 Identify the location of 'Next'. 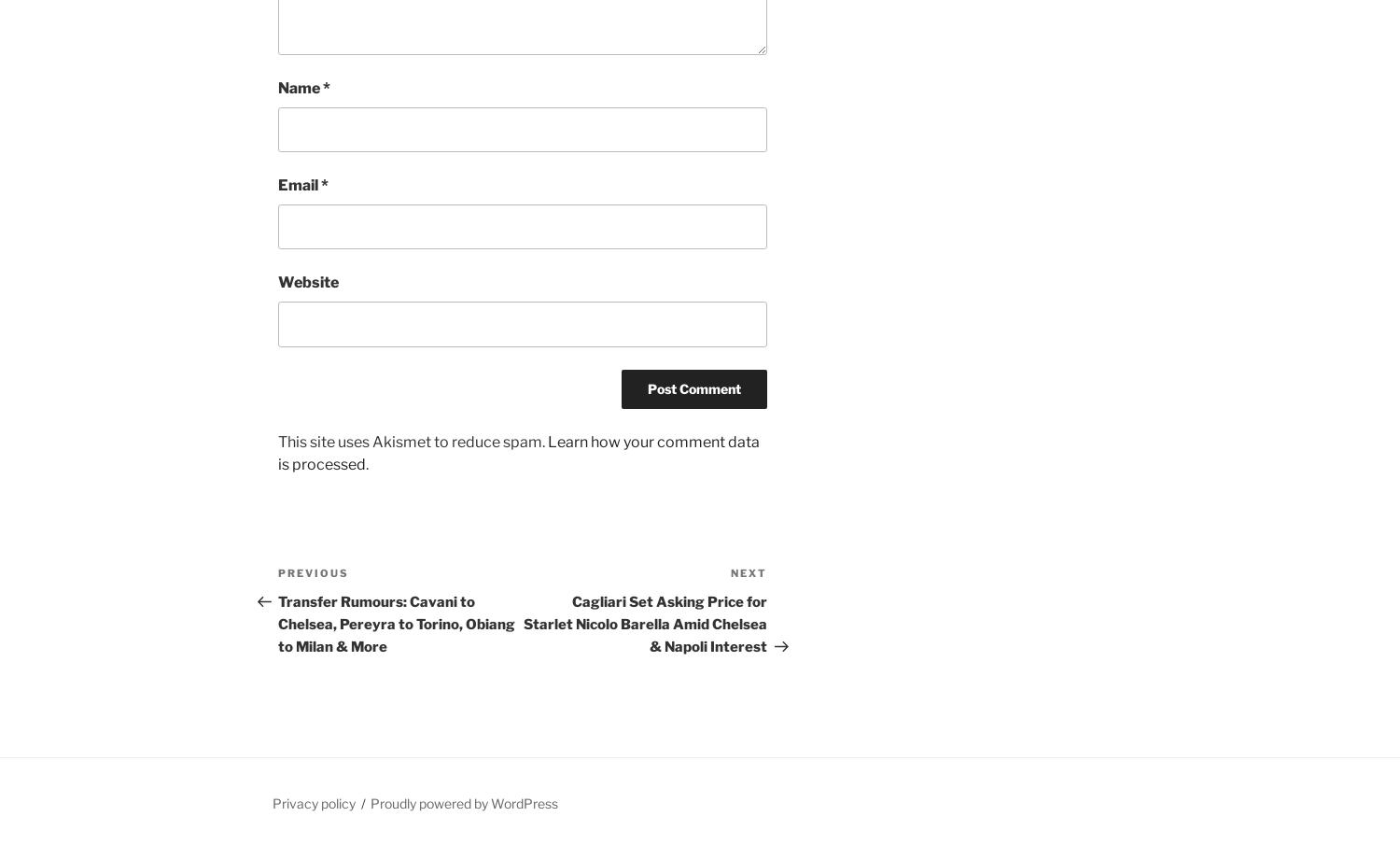
(749, 570).